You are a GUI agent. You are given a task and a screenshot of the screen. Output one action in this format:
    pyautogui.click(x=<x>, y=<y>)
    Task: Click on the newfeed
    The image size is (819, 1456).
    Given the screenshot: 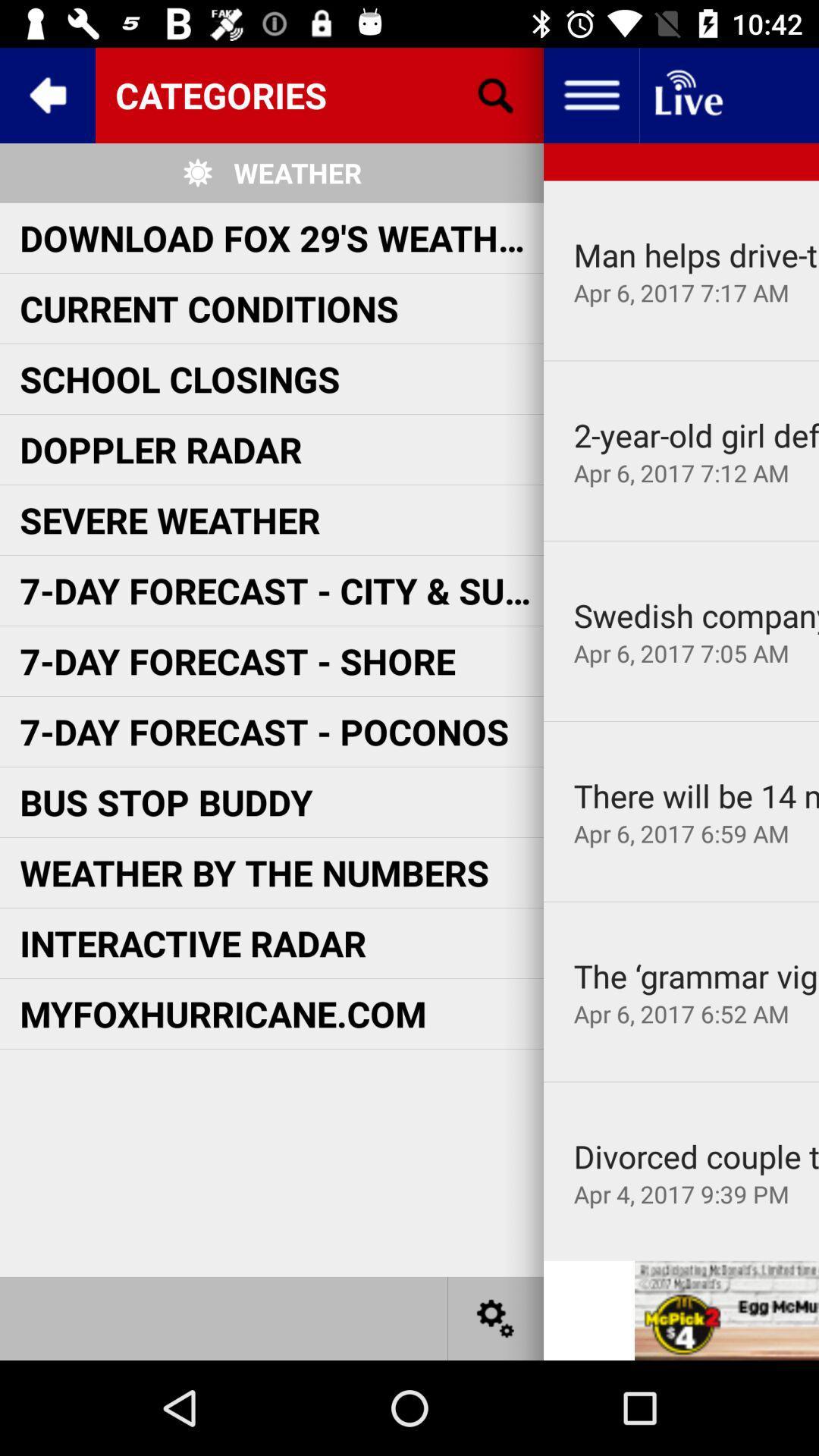 What is the action you would take?
    pyautogui.click(x=687, y=94)
    